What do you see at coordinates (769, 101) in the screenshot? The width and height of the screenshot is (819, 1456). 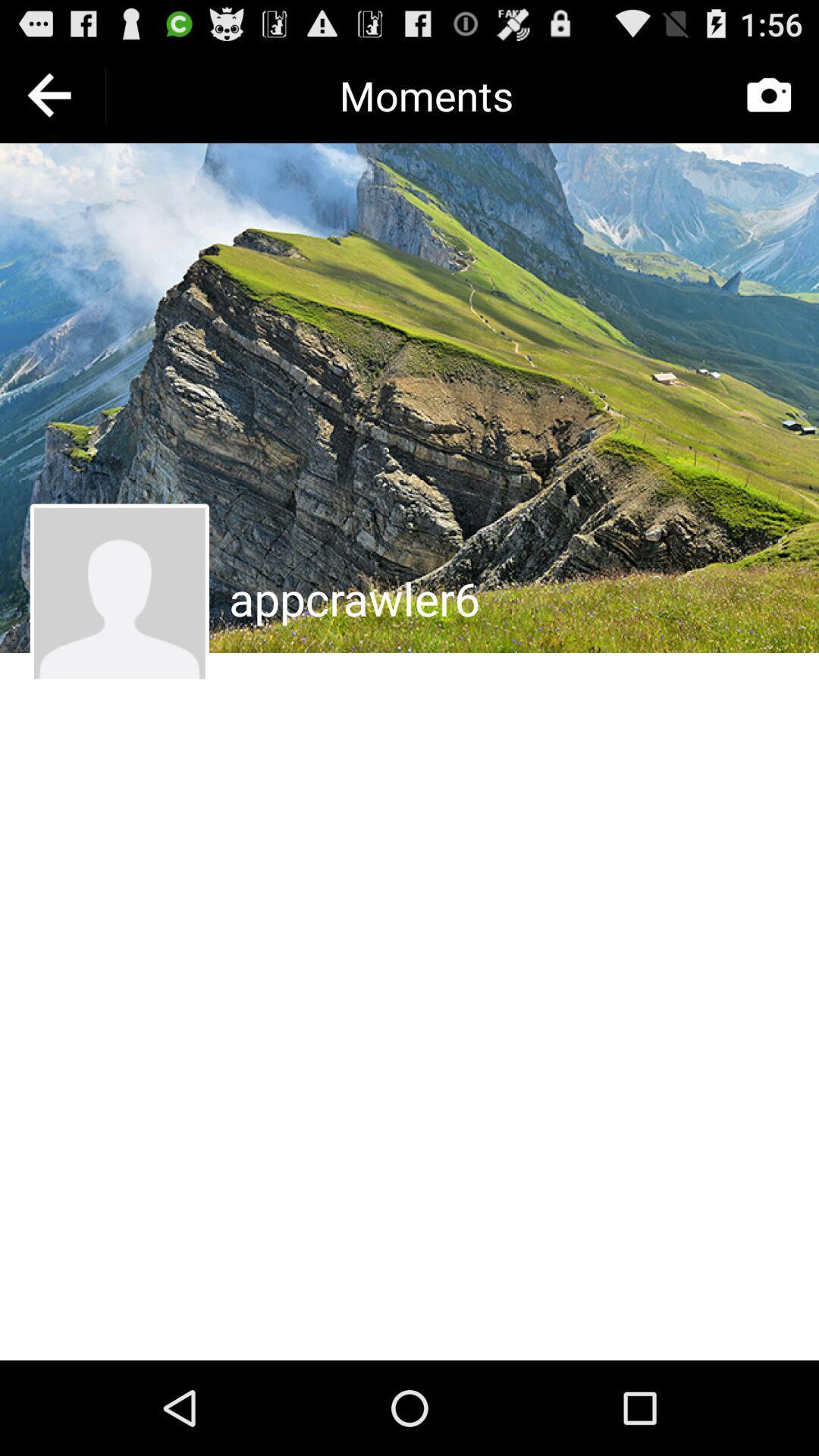 I see `the photo icon` at bounding box center [769, 101].